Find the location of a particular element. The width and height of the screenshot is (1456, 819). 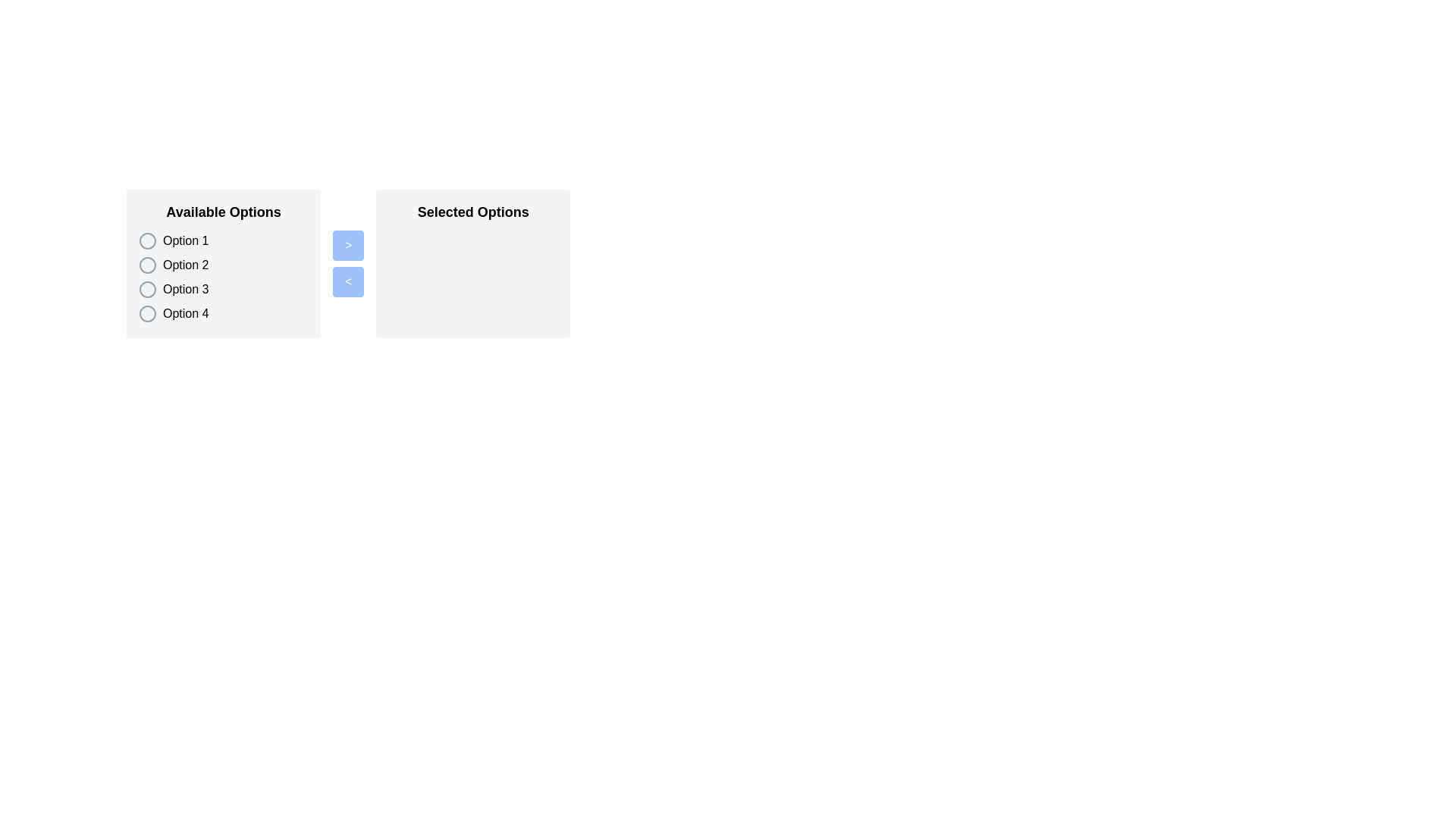

the circular selection indicator for 'Option 3' in the 'Available Options' section is located at coordinates (222, 289).